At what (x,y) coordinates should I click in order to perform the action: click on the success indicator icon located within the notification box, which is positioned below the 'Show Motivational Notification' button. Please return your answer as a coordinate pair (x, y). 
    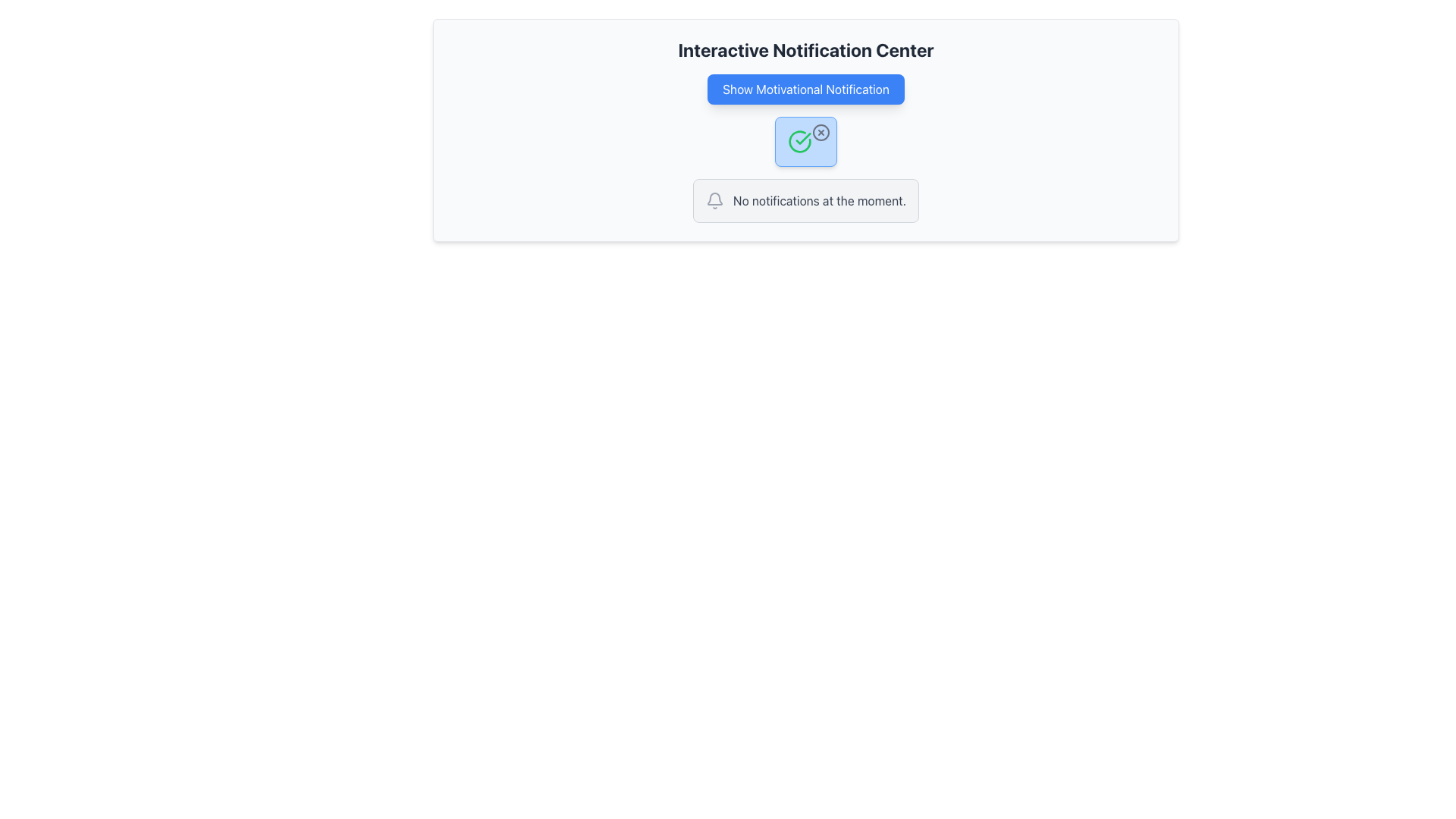
    Looking at the image, I should click on (799, 141).